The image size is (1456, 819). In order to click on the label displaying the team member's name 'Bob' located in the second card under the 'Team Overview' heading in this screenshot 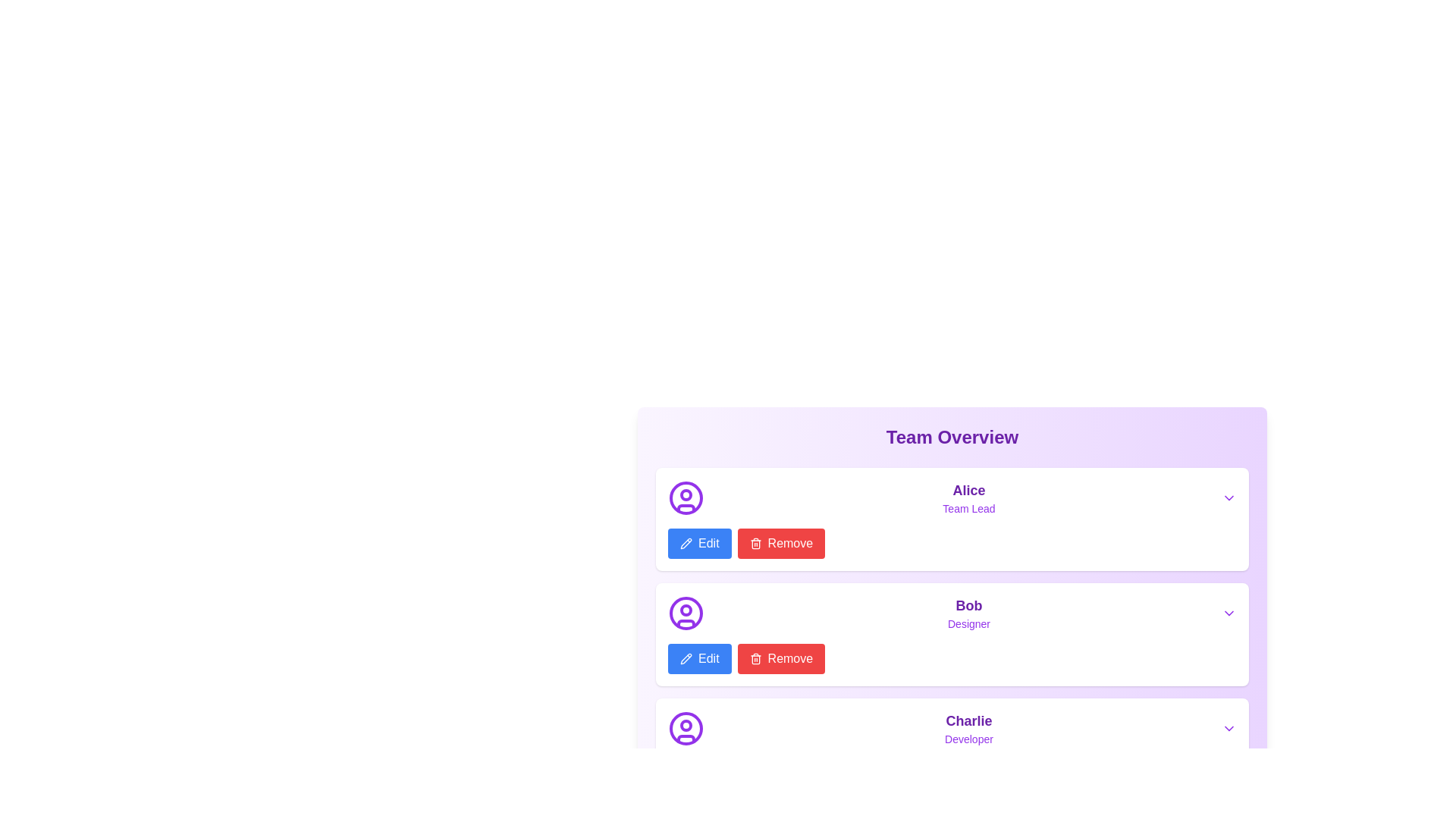, I will do `click(968, 604)`.